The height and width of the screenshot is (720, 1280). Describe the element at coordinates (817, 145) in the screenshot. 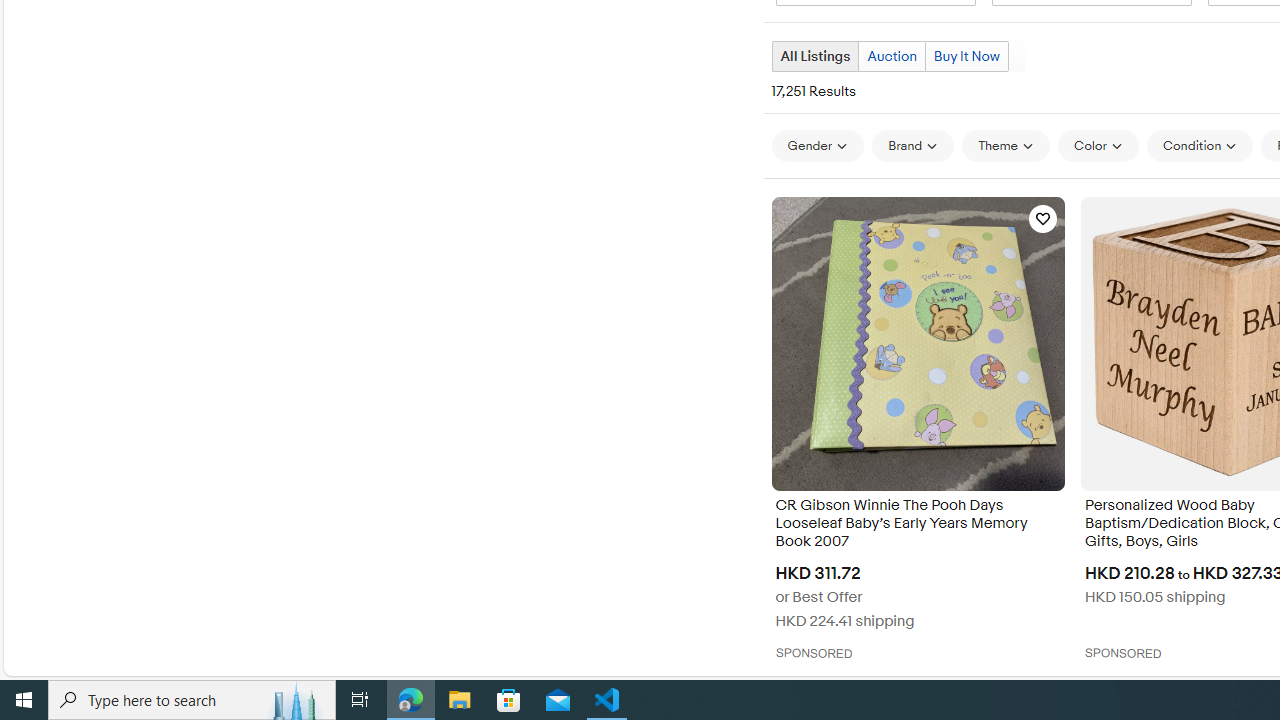

I see `'Gender'` at that location.